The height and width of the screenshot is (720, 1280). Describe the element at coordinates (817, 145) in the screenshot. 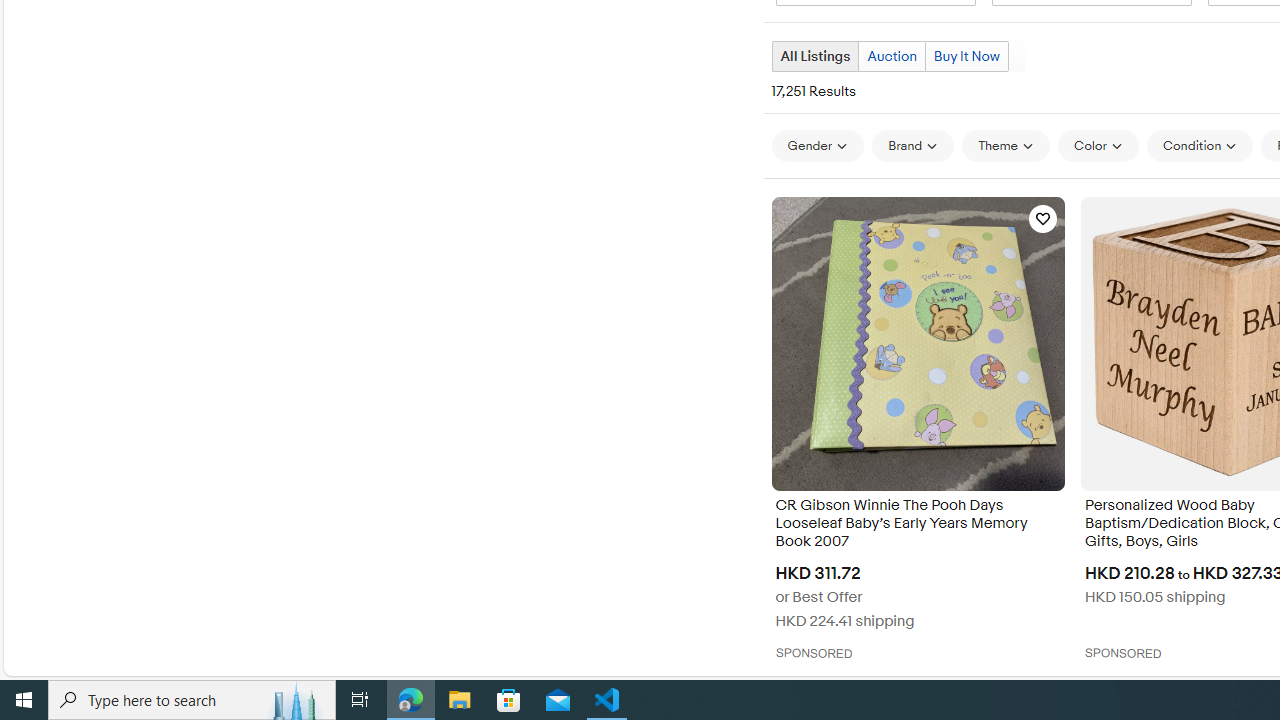

I see `'Gender'` at that location.